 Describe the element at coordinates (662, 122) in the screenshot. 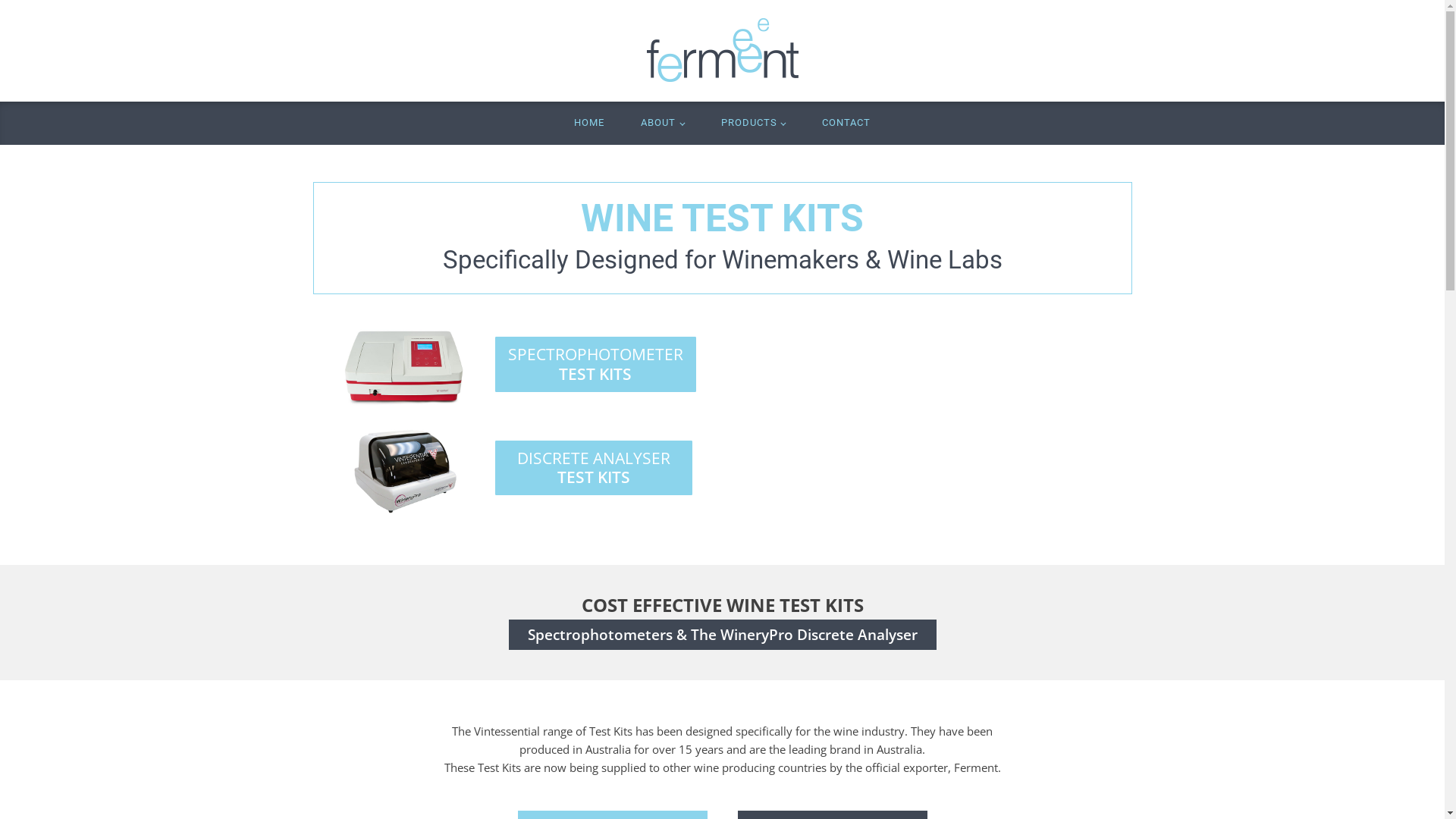

I see `'ABOUT'` at that location.